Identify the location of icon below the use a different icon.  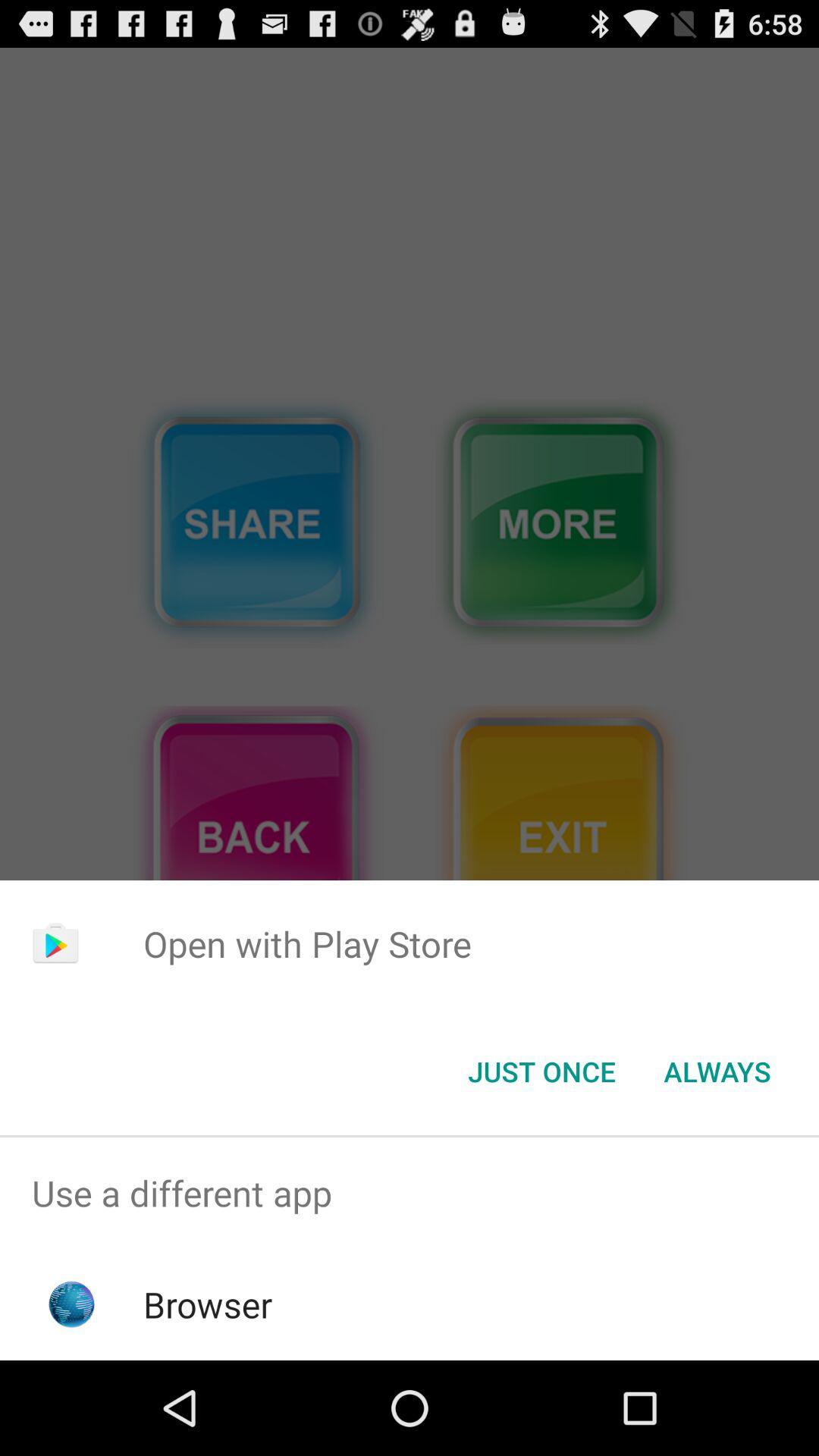
(208, 1304).